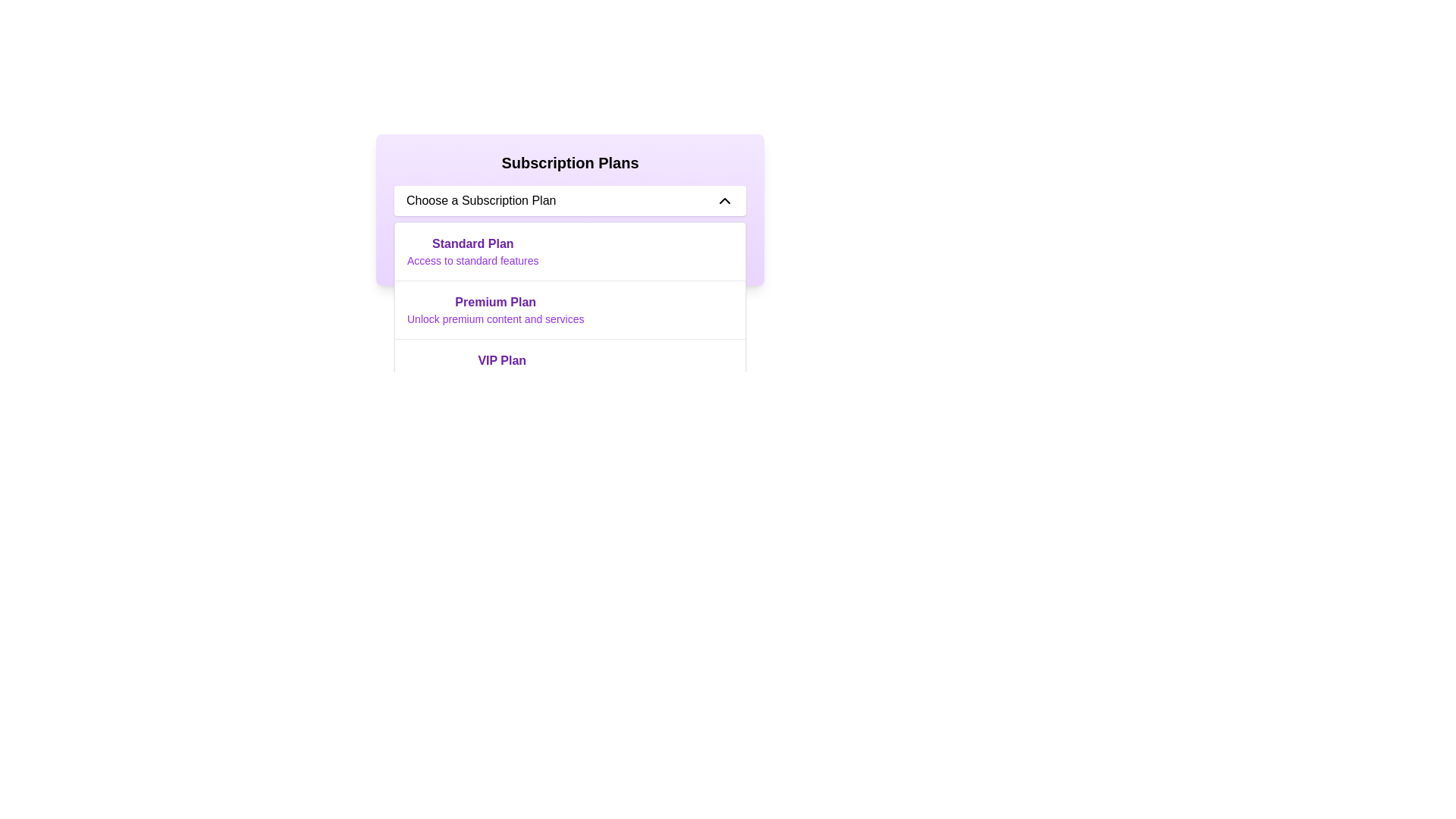  I want to click on the bold, purple-colored text label saying 'Standard Plan' which is located at the top of a card-like section, so click(472, 243).